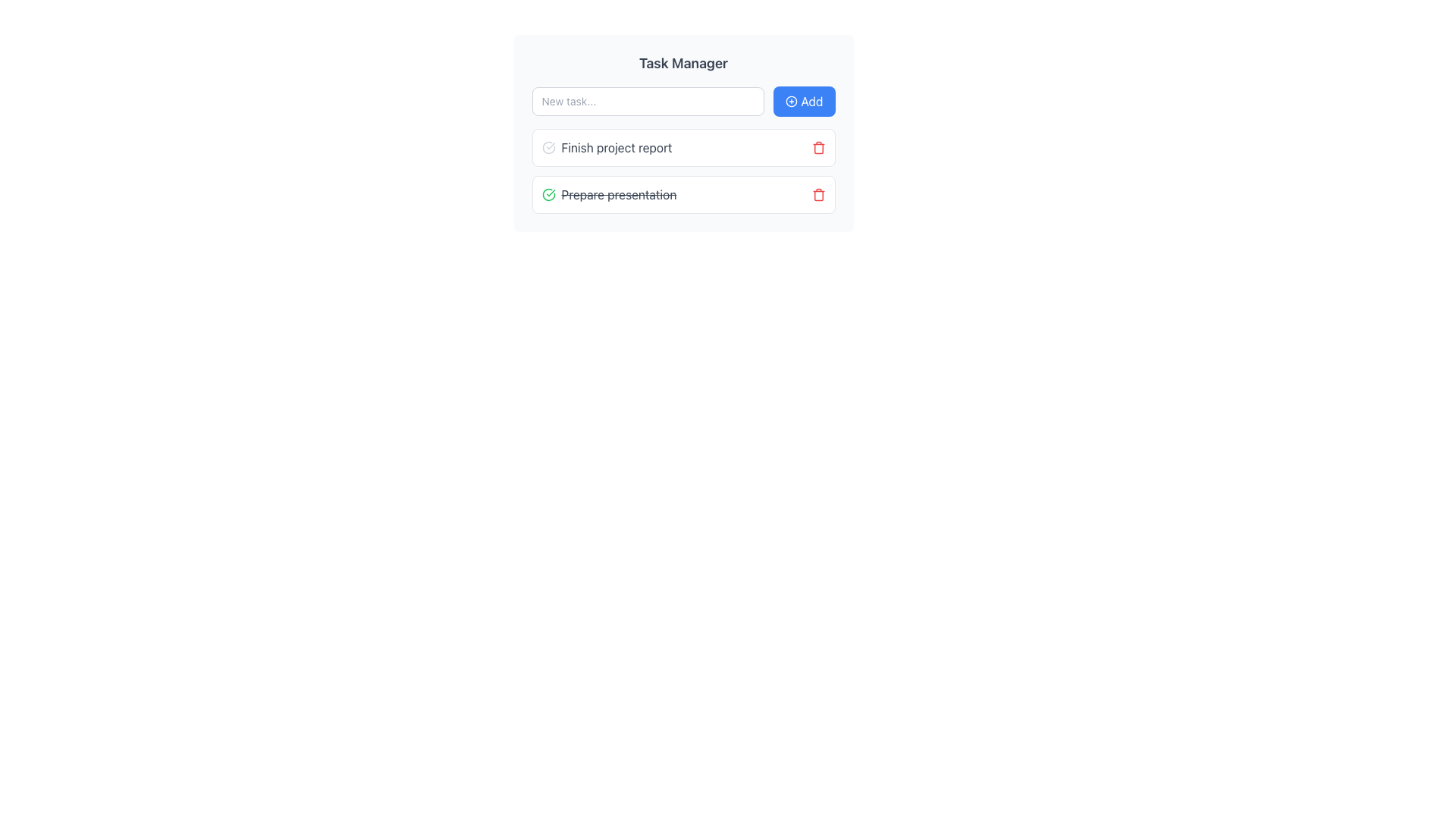  I want to click on the circular icon with a plus symbol in the center, which is styled with a blue background and white stroke lines, located inside the 'Add' button in the task management interface, so click(791, 102).